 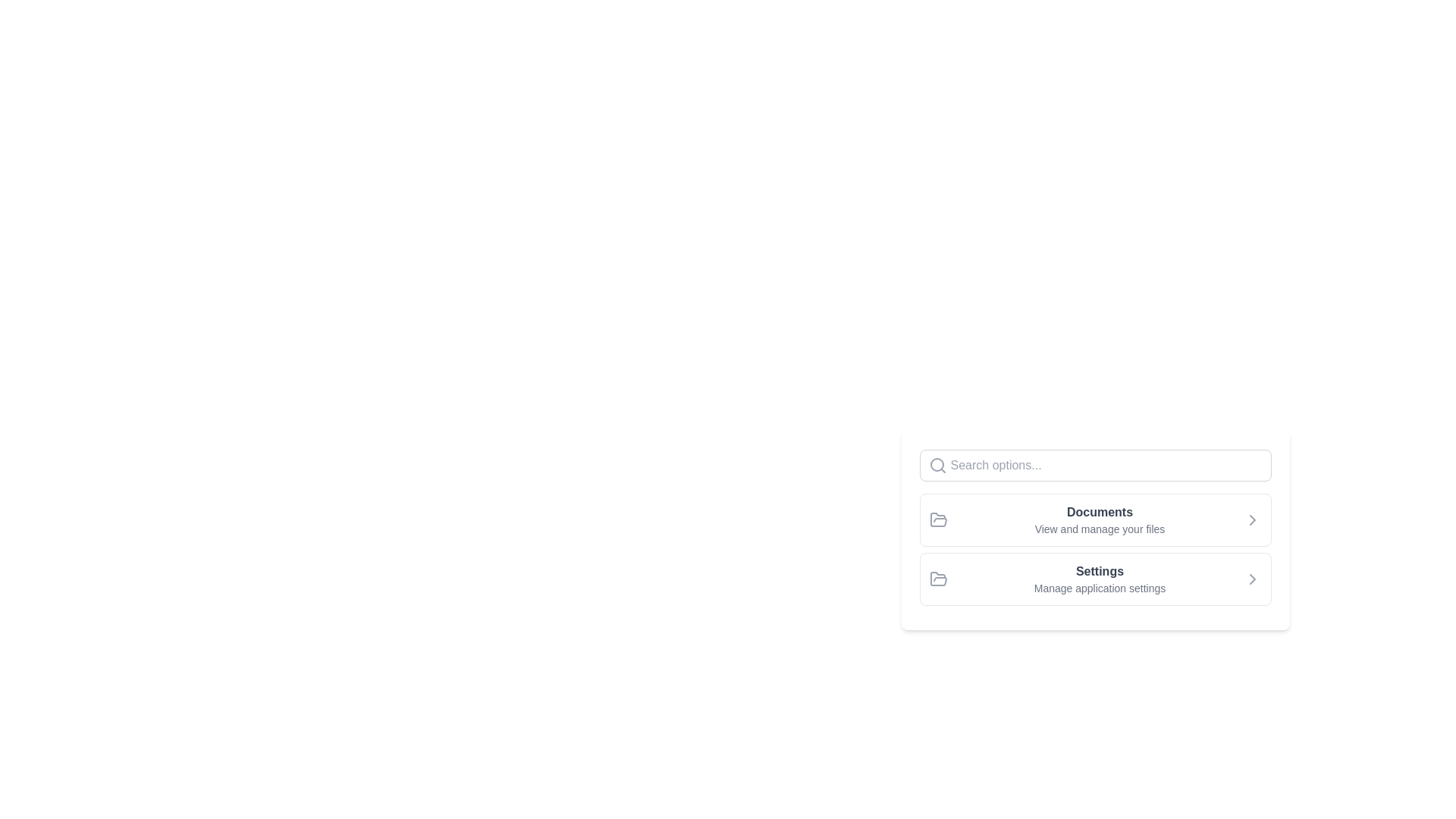 What do you see at coordinates (937, 519) in the screenshot?
I see `folder icon located to the left of the 'Documents' menu item, which serves as a visual representation of the folder` at bounding box center [937, 519].